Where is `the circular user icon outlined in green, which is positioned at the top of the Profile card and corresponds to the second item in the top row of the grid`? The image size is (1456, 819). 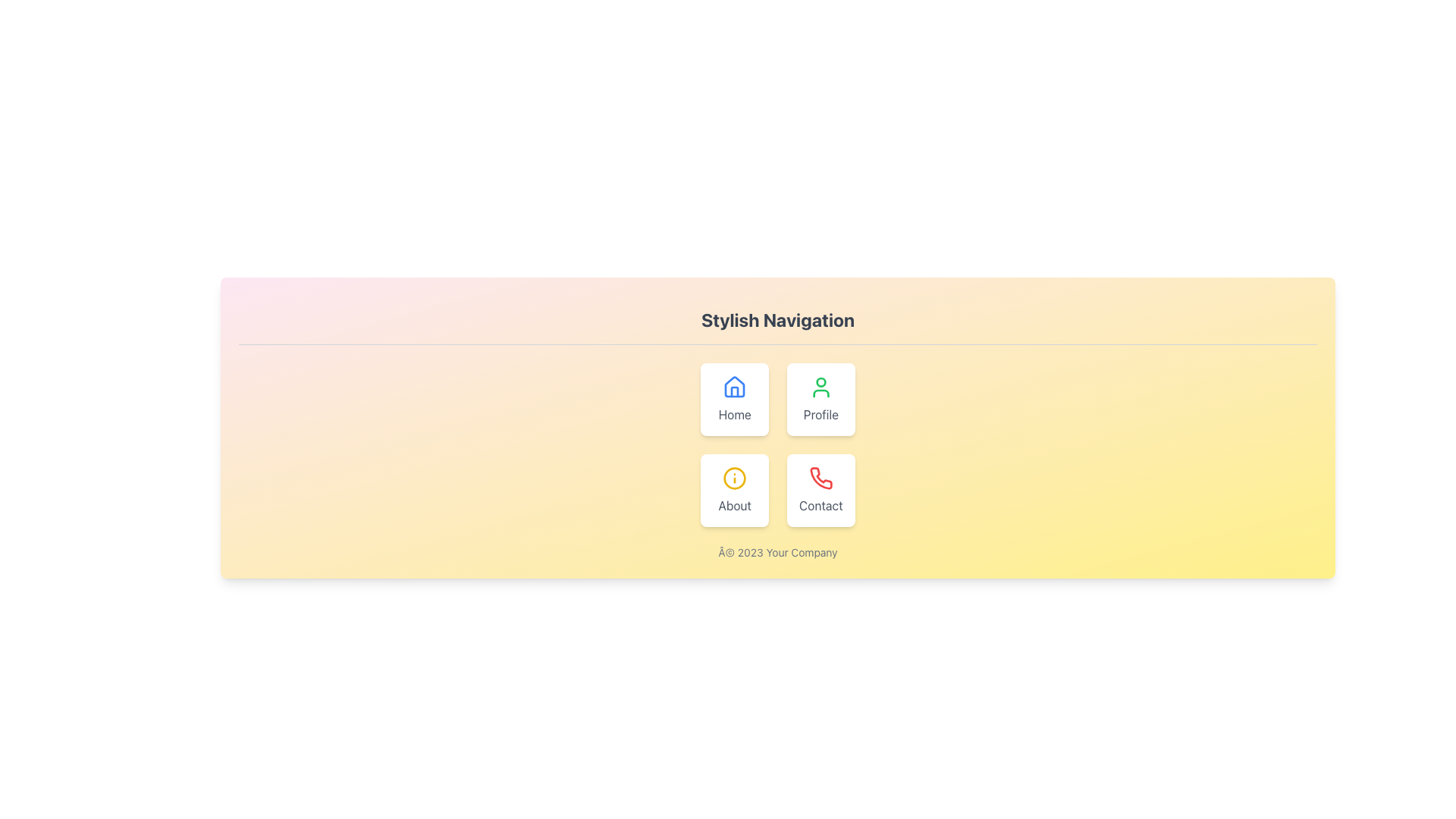
the circular user icon outlined in green, which is positioned at the top of the Profile card and corresponds to the second item in the top row of the grid is located at coordinates (820, 386).